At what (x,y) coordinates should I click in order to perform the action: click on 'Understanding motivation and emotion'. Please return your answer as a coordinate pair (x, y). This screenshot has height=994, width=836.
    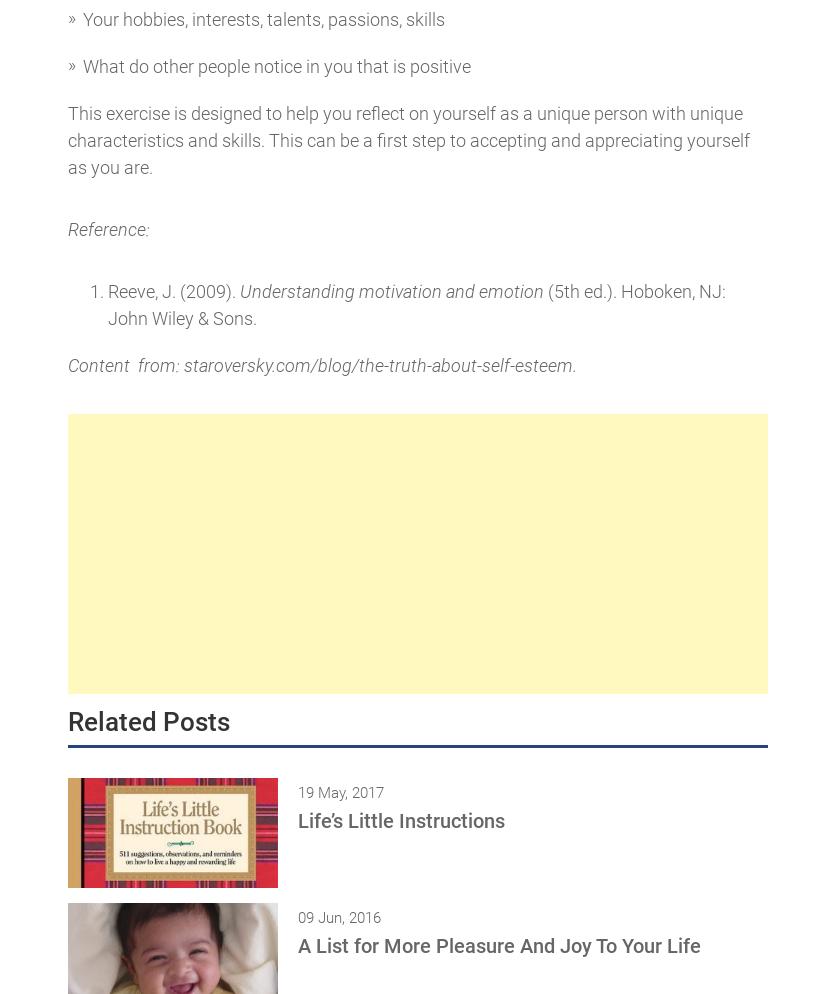
    Looking at the image, I should click on (391, 291).